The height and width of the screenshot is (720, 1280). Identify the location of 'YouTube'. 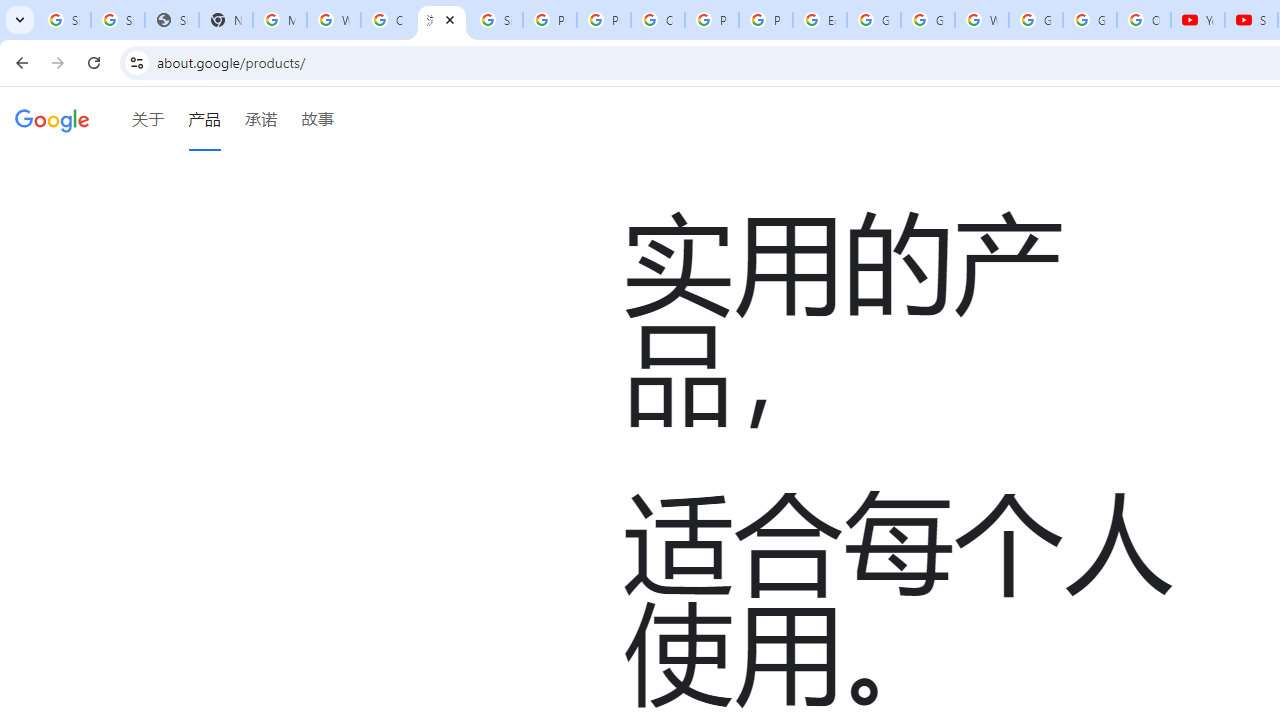
(1198, 20).